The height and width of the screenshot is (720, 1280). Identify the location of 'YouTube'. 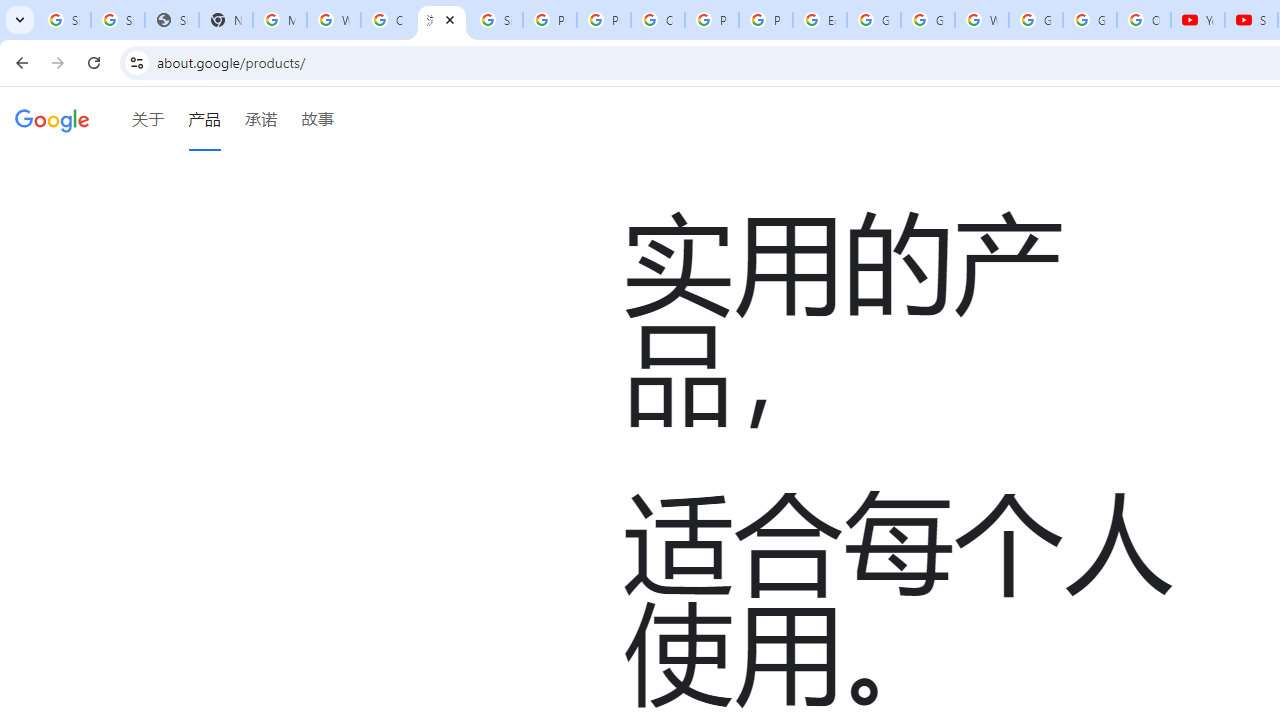
(1198, 20).